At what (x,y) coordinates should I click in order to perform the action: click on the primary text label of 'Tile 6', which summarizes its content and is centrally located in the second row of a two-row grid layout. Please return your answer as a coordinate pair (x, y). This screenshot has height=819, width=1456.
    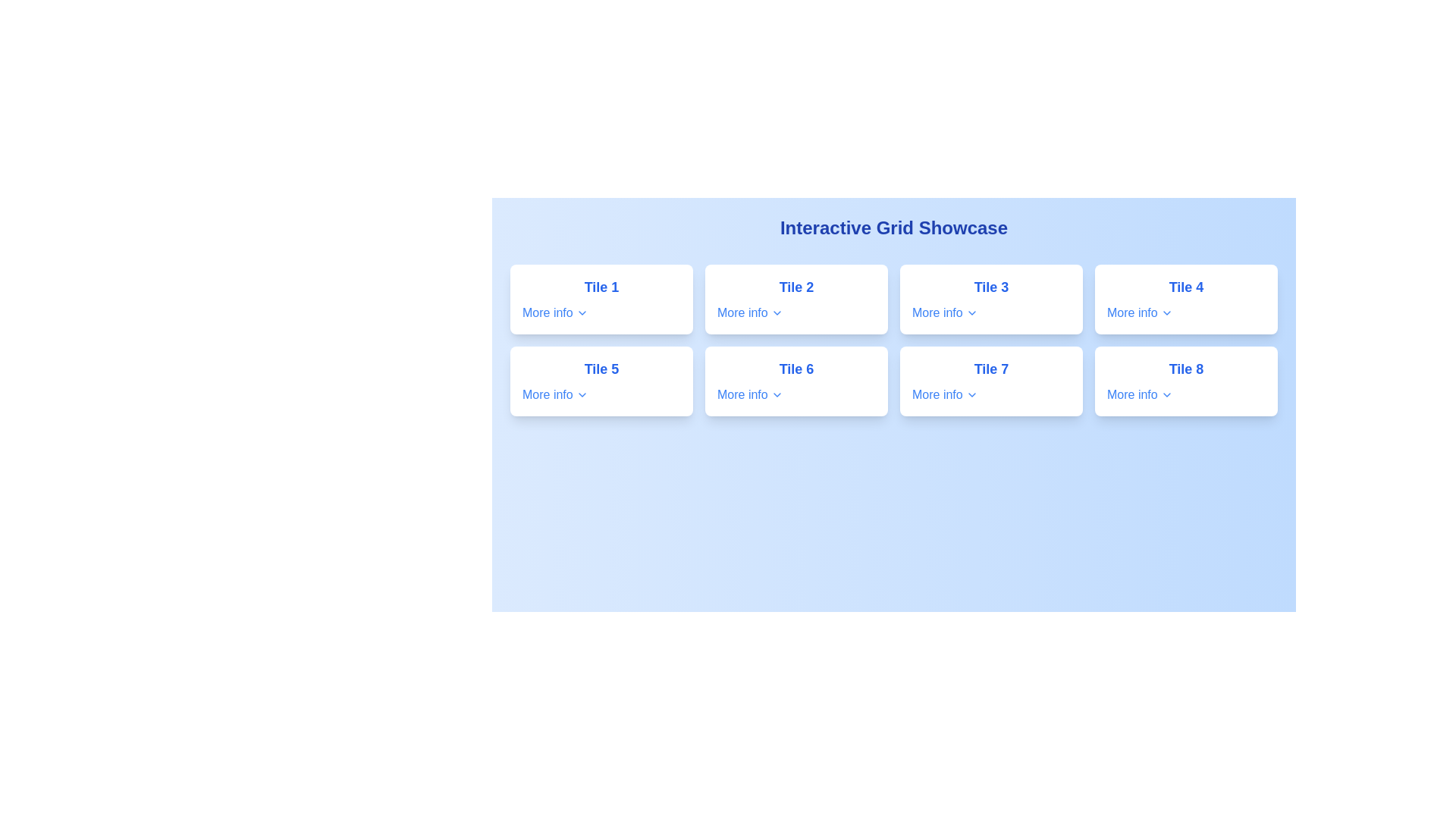
    Looking at the image, I should click on (795, 369).